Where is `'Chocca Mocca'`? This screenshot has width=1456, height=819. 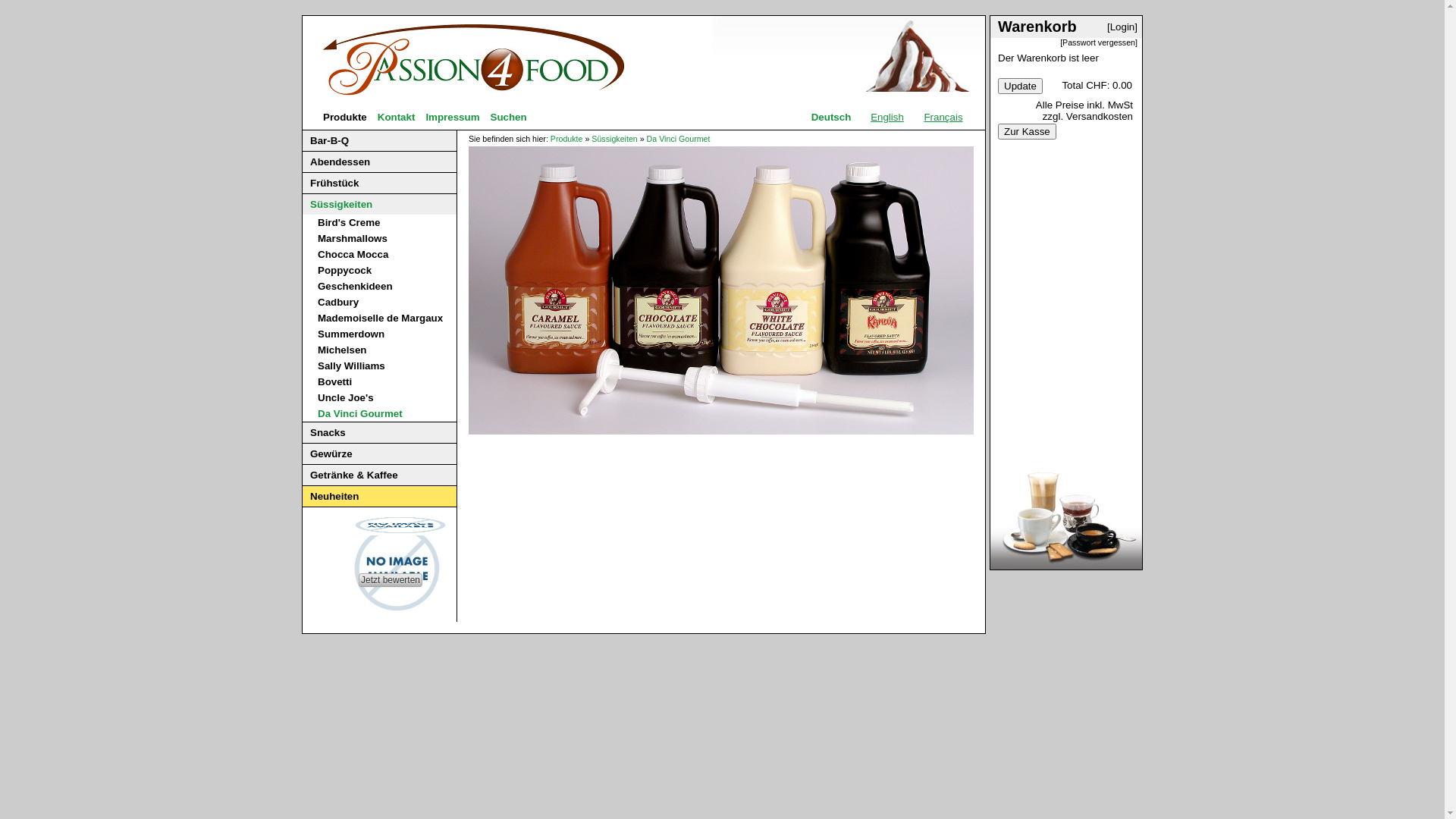
'Chocca Mocca' is located at coordinates (316, 253).